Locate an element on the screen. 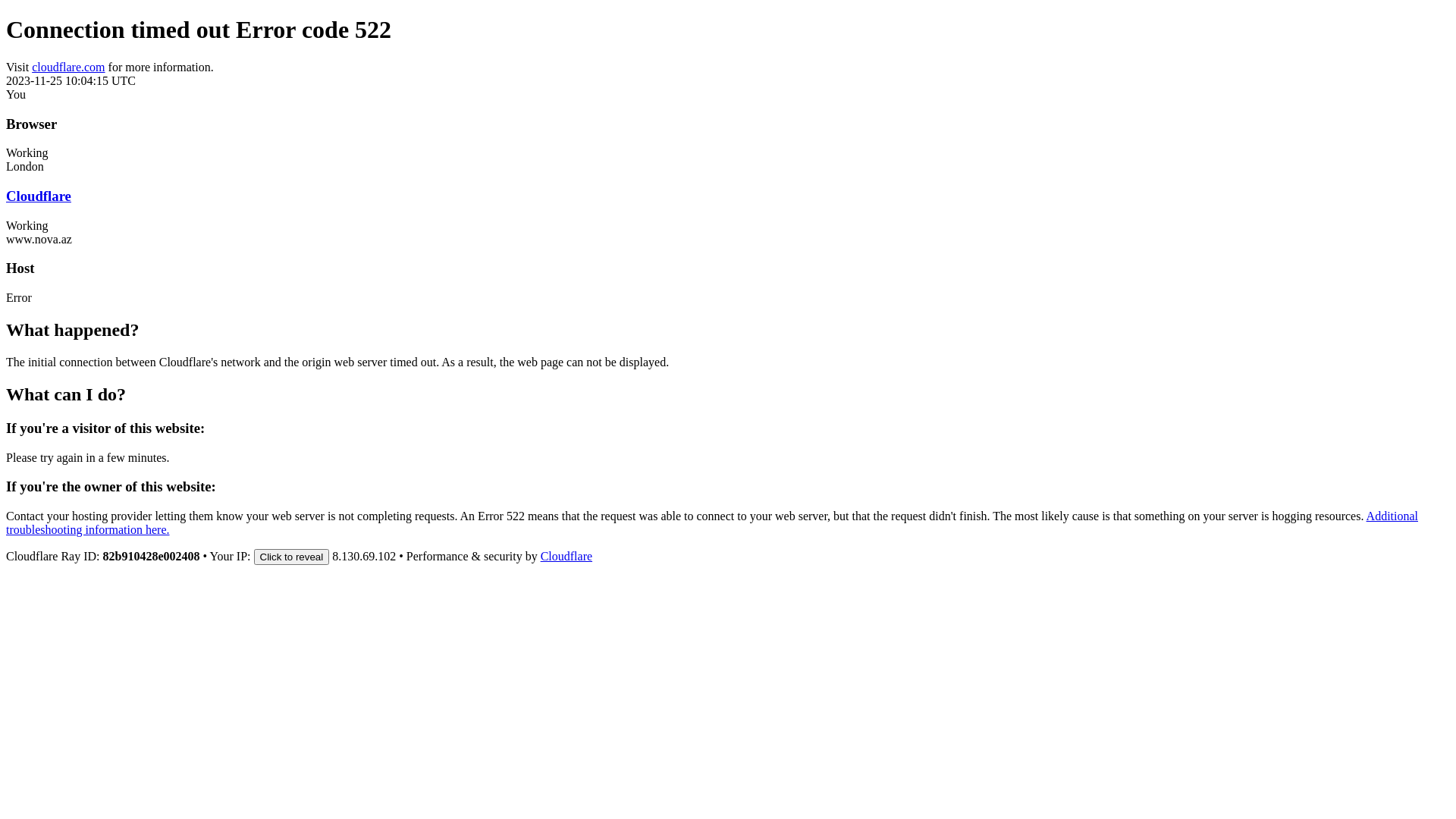  'Click to reveal' is located at coordinates (291, 557).